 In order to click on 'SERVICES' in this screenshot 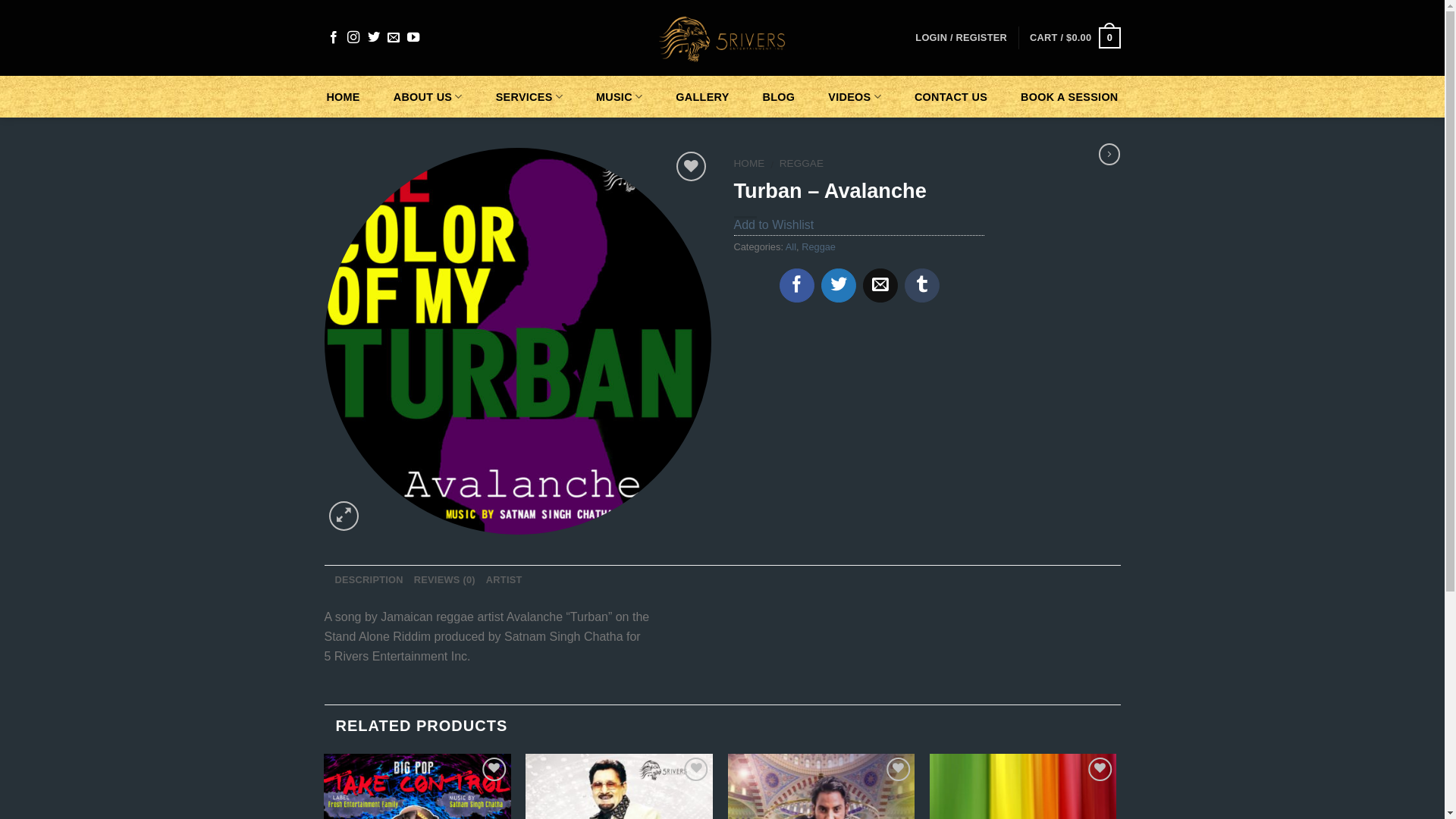, I will do `click(529, 96)`.